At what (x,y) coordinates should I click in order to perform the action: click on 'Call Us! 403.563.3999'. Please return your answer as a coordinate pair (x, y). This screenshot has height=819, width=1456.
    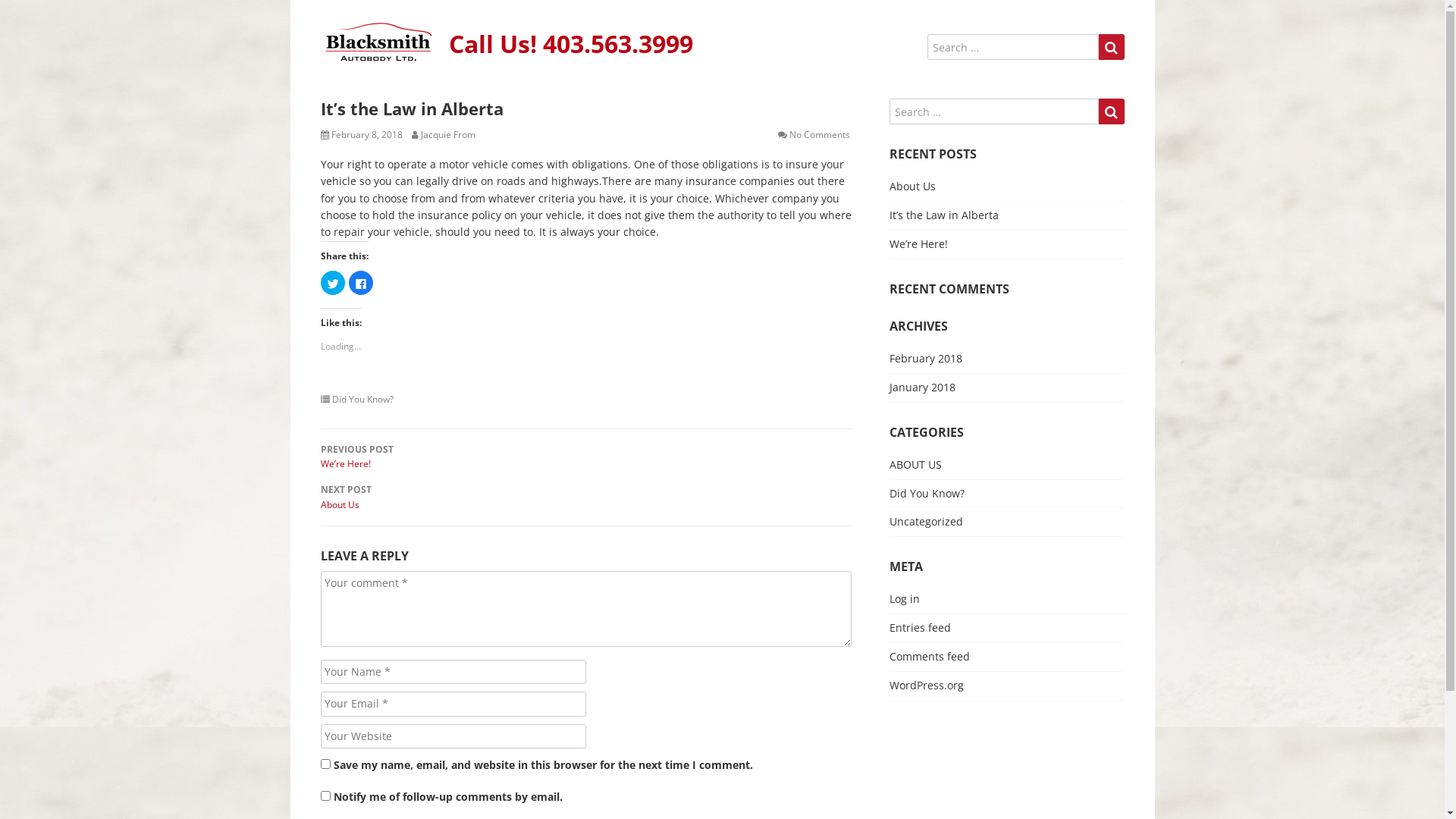
    Looking at the image, I should click on (570, 42).